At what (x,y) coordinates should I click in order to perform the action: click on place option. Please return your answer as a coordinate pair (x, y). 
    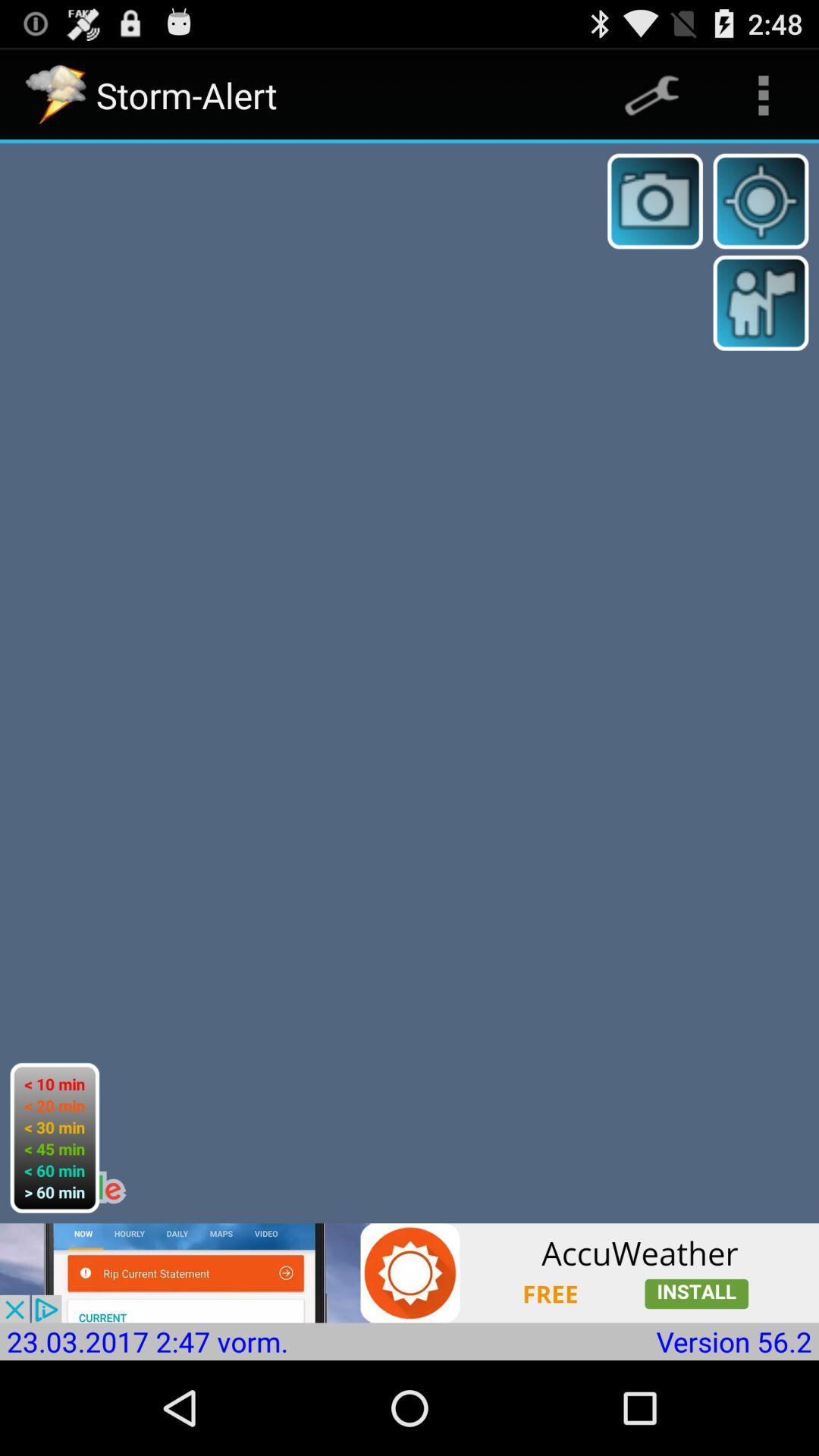
    Looking at the image, I should click on (761, 303).